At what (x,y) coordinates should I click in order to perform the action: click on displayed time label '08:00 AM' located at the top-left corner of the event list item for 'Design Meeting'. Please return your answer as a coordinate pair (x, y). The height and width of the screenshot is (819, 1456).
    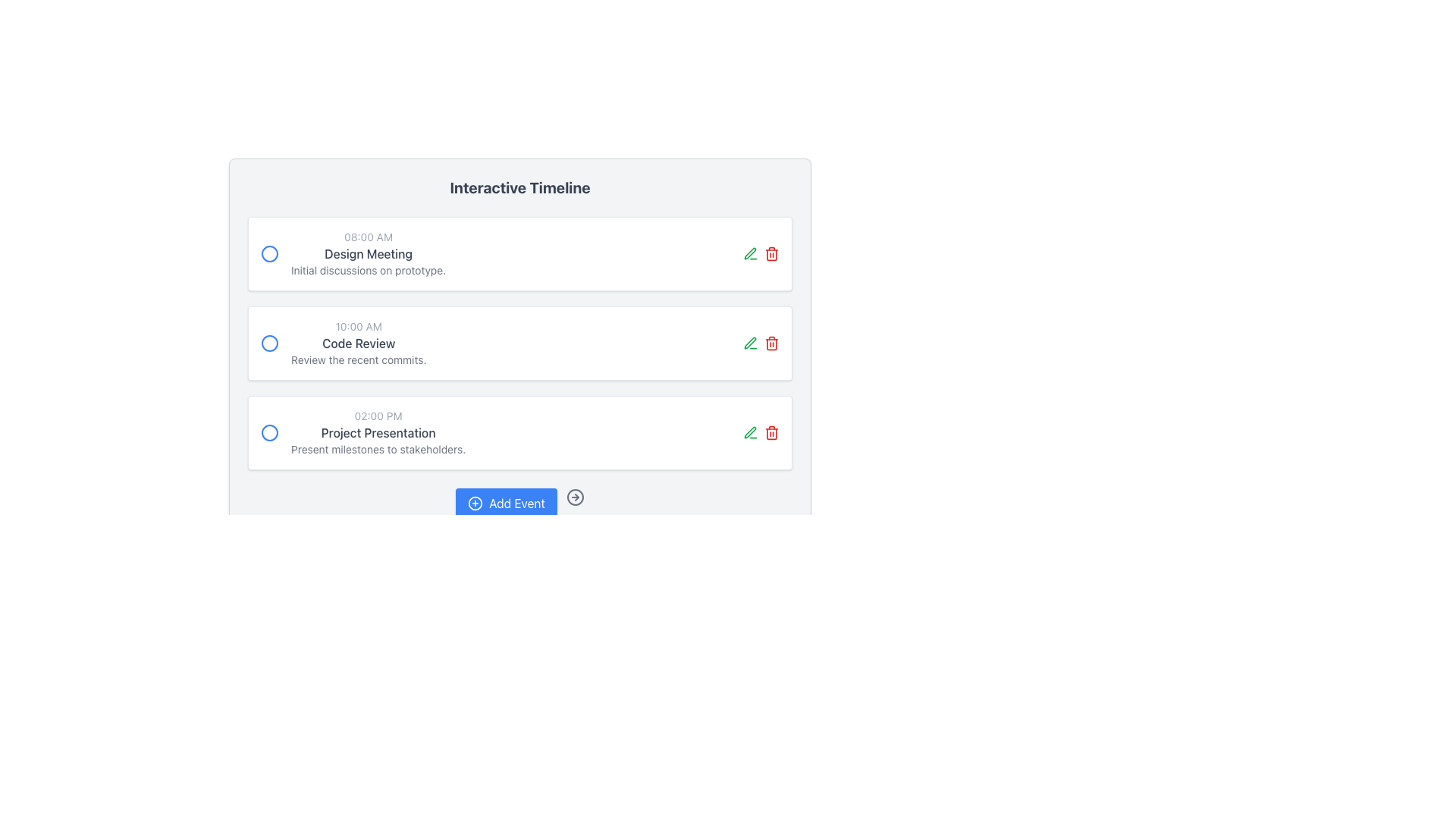
    Looking at the image, I should click on (369, 237).